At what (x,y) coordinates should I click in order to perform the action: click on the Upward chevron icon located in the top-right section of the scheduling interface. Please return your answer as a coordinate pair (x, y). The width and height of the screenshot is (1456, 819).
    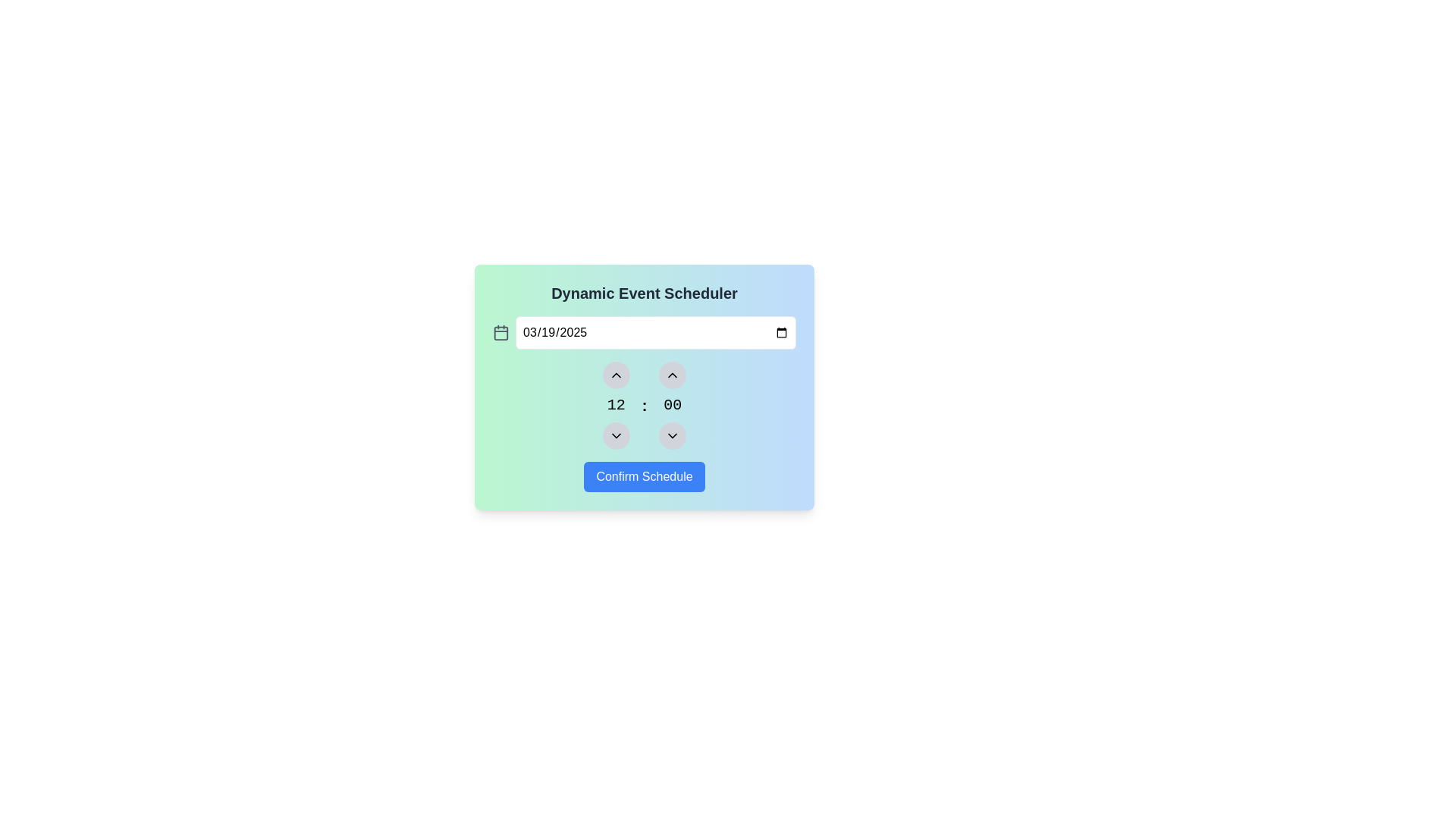
    Looking at the image, I should click on (616, 375).